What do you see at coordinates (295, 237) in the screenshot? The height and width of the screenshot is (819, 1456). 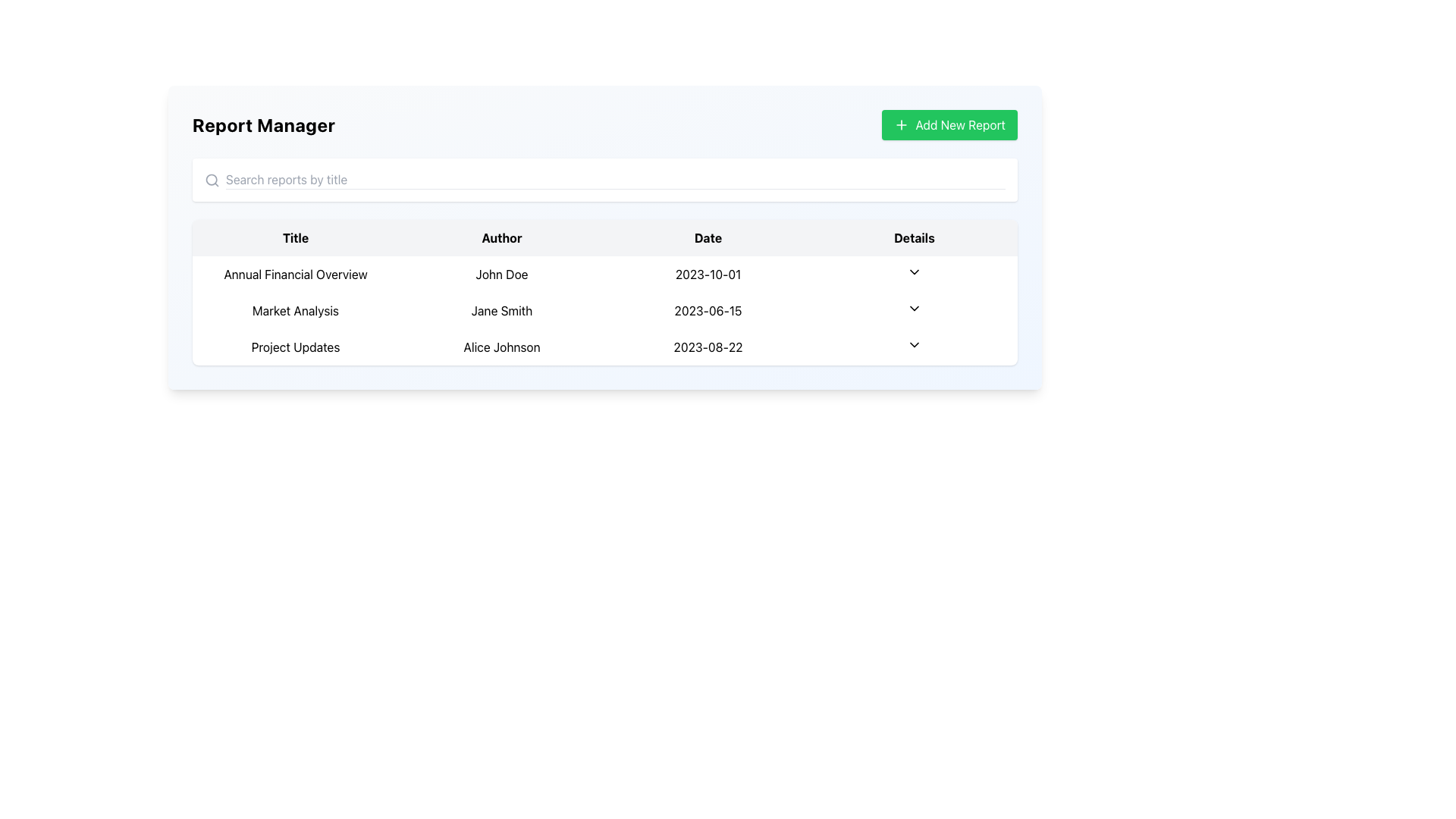 I see `the 'Title' Table Column Header, which is the first column in a table header row, displaying bold black text on a light gray background` at bounding box center [295, 237].